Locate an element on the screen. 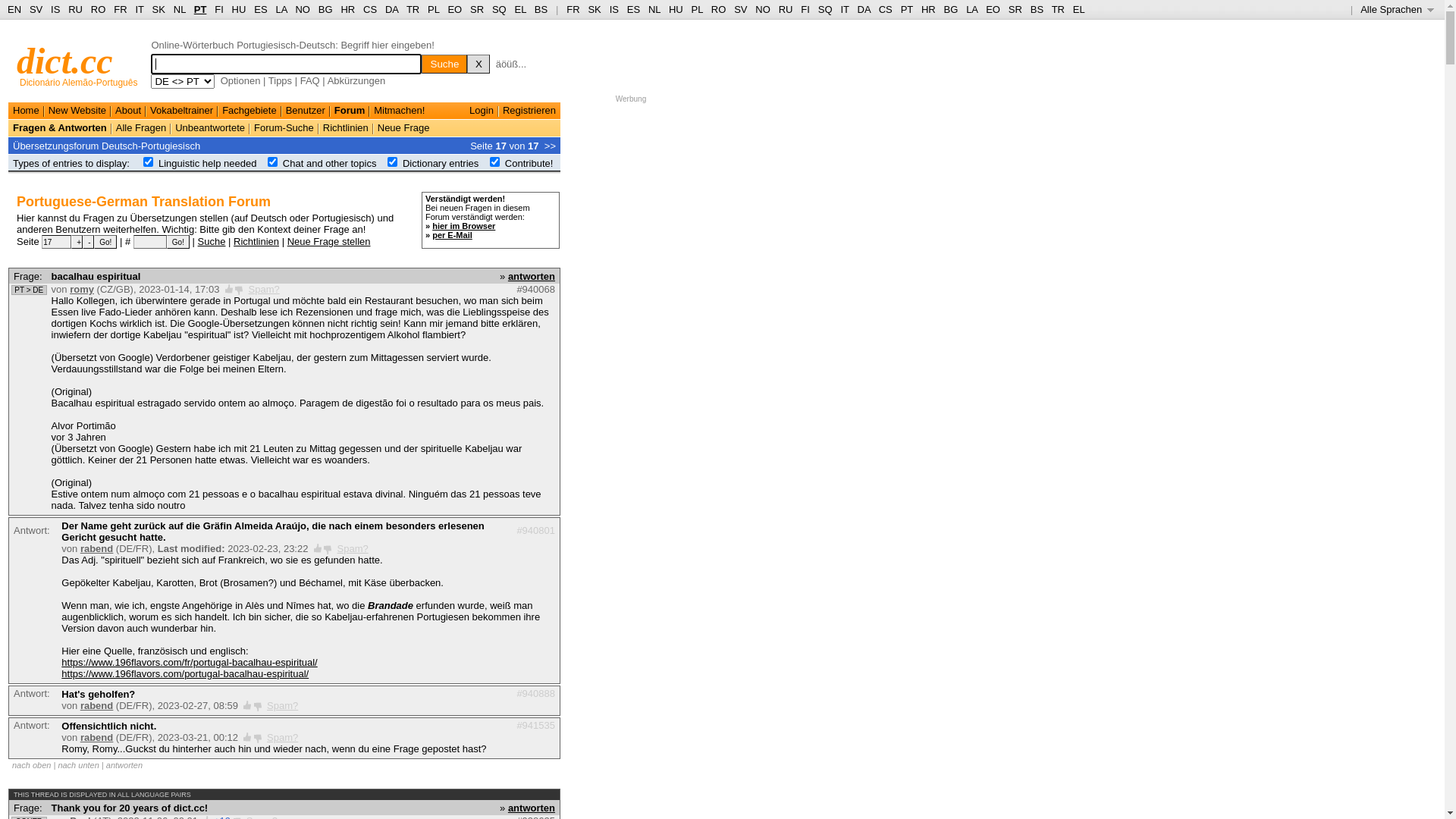  'Alle Fragen' is located at coordinates (141, 127).